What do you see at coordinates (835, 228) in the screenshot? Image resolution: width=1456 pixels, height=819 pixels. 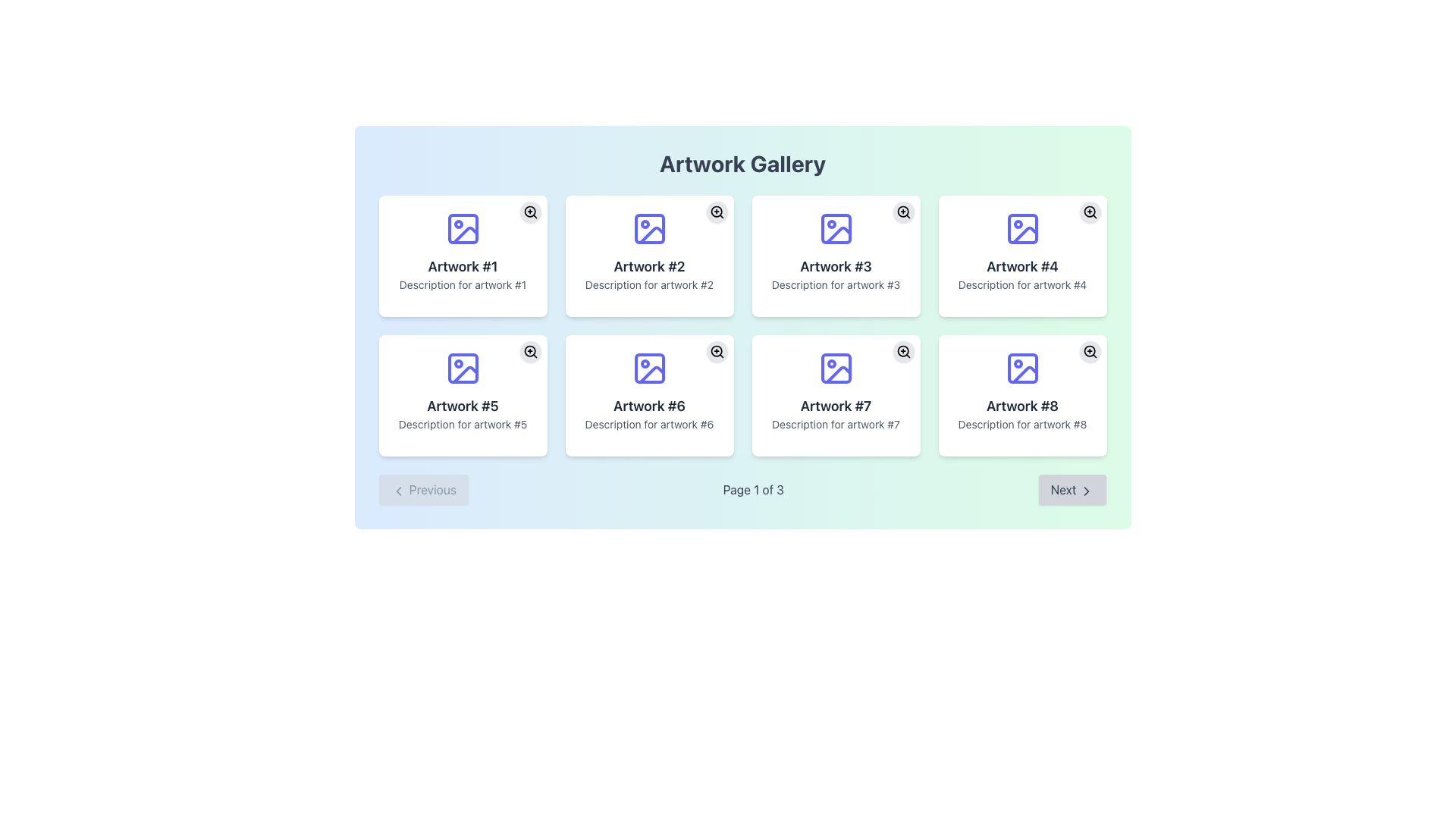 I see `the decorative SVG graphical shape that represents a placeholder for images, located in the third tile from the left in the first row of the artwork gallery grid layout` at bounding box center [835, 228].